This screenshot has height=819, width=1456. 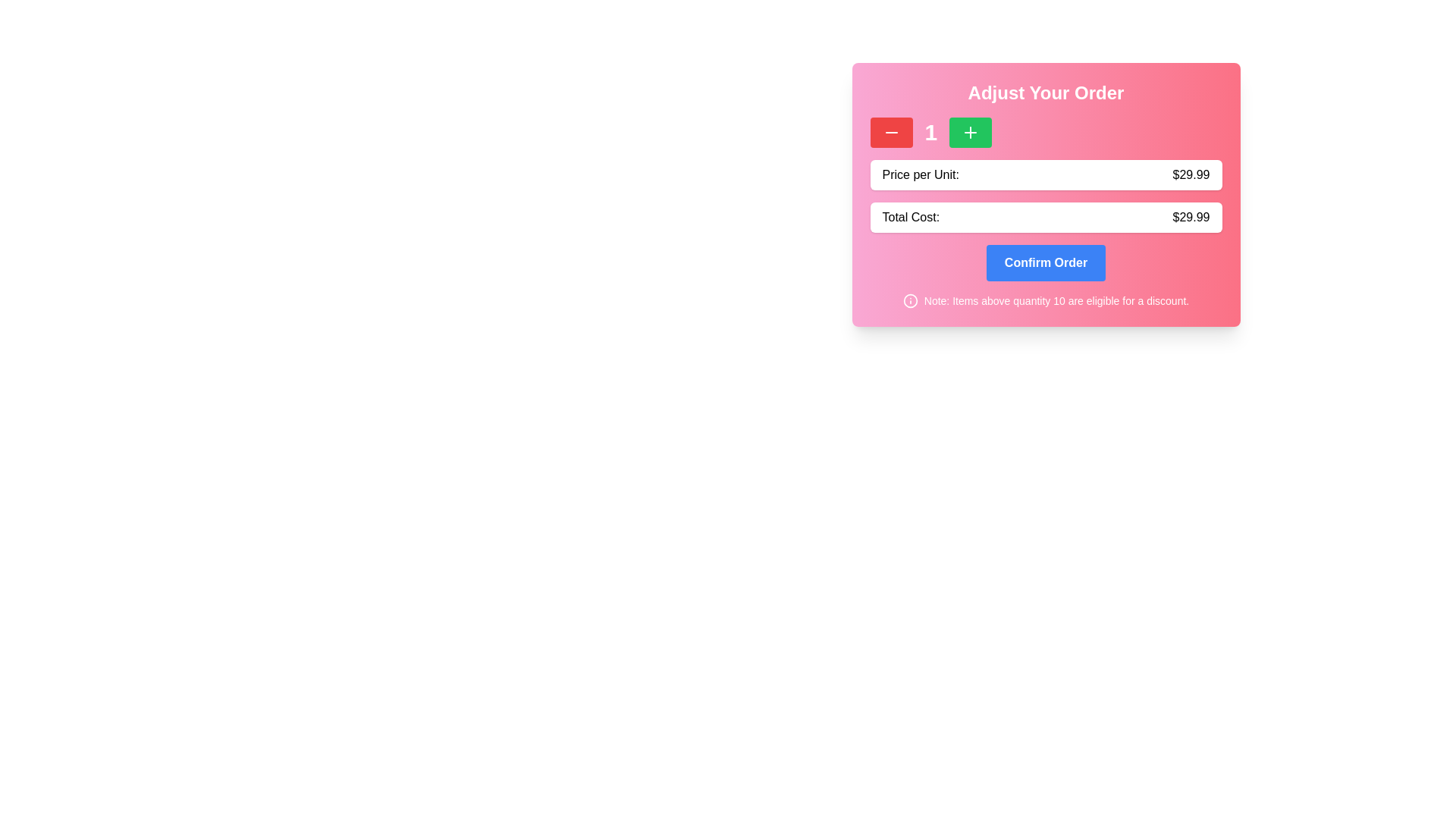 What do you see at coordinates (891, 131) in the screenshot?
I see `the button on the left side of the control panel to decrease the numeric value displayed adjacent to it, which is currently '1'` at bounding box center [891, 131].